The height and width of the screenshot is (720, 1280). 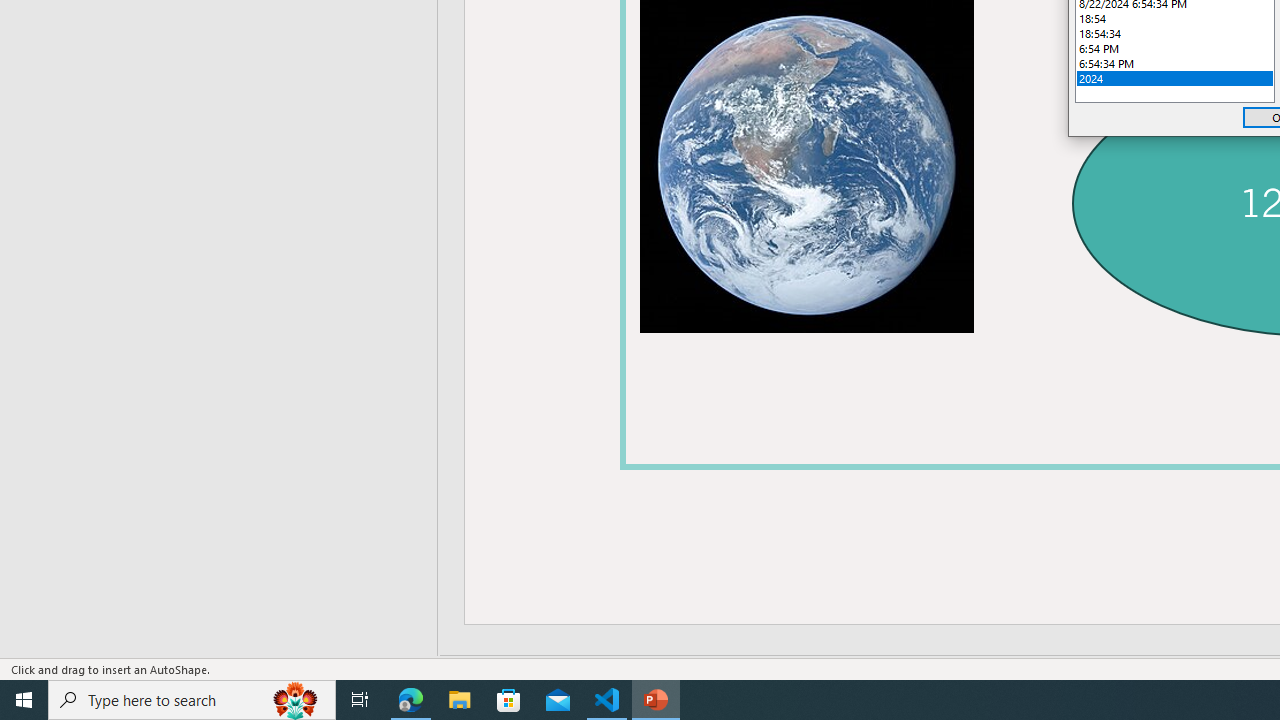 What do you see at coordinates (606, 698) in the screenshot?
I see `'Visual Studio Code - 1 running window'` at bounding box center [606, 698].